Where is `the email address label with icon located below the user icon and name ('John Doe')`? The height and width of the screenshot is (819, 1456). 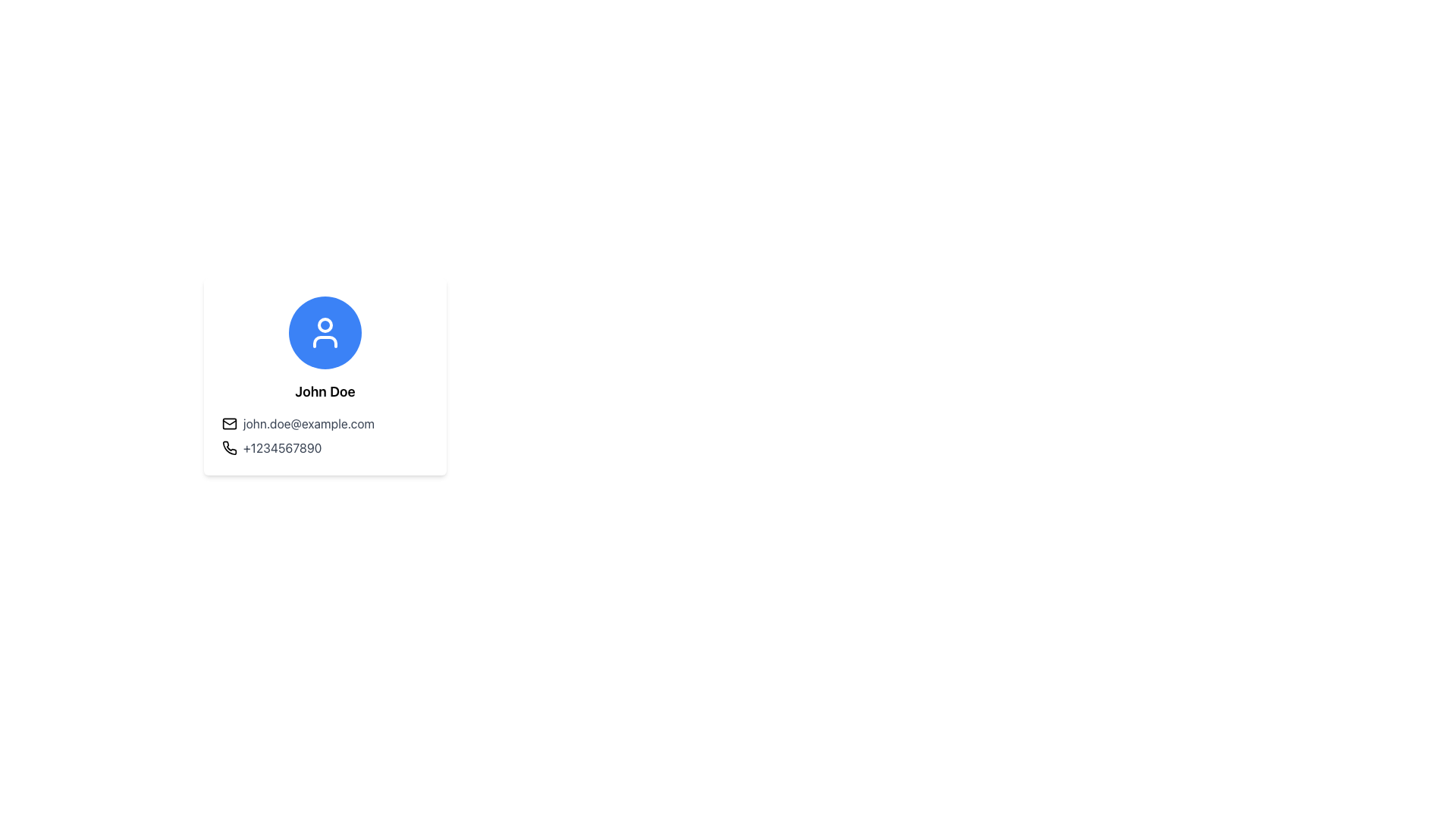
the email address label with icon located below the user icon and name ('John Doe') is located at coordinates (324, 424).